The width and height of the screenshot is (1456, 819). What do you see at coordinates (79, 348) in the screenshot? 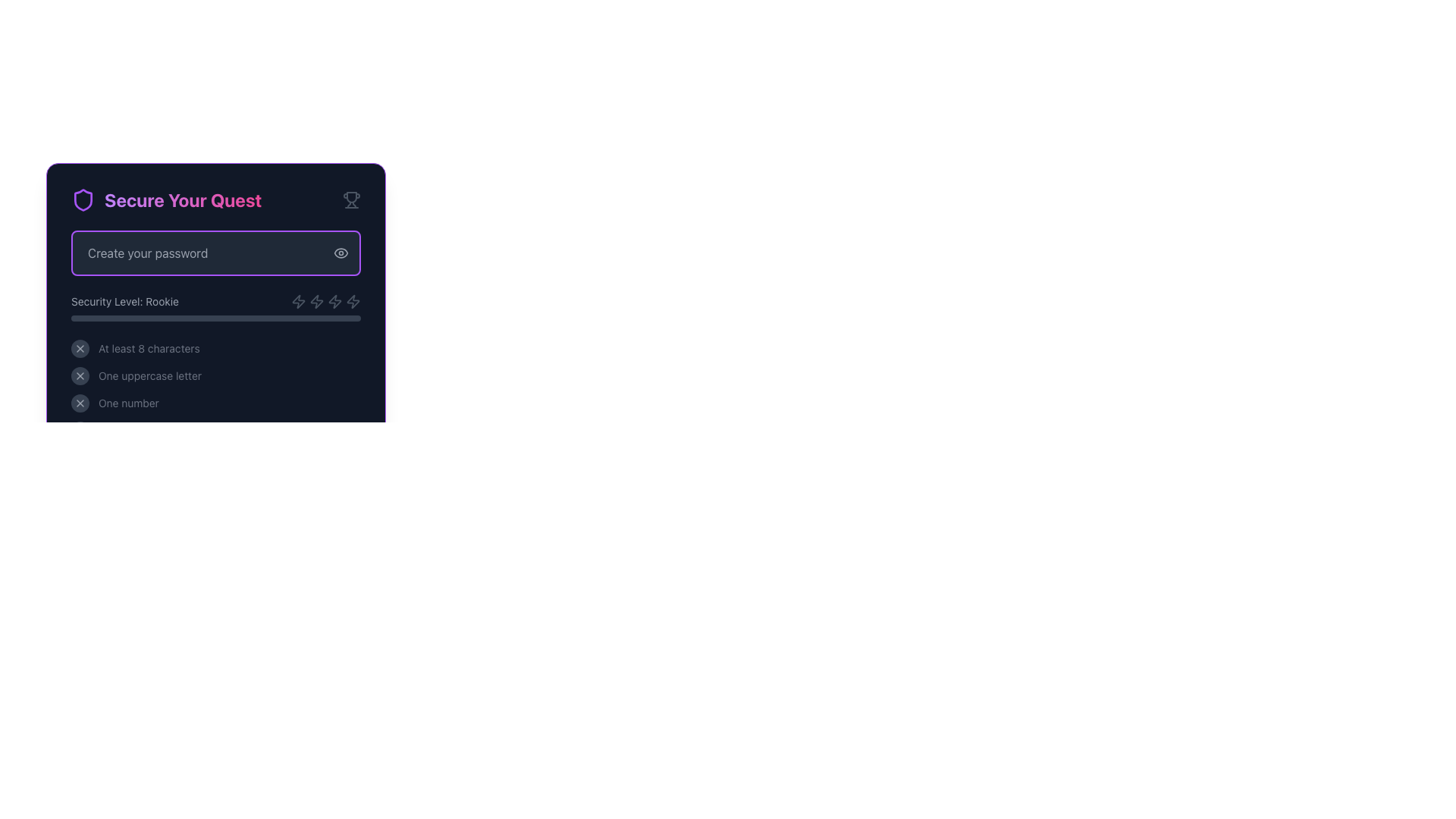
I see `the state of the Icon with a circle background that indicates unmet password validation criteria, located to the left of the text 'At least 8 characters'` at bounding box center [79, 348].